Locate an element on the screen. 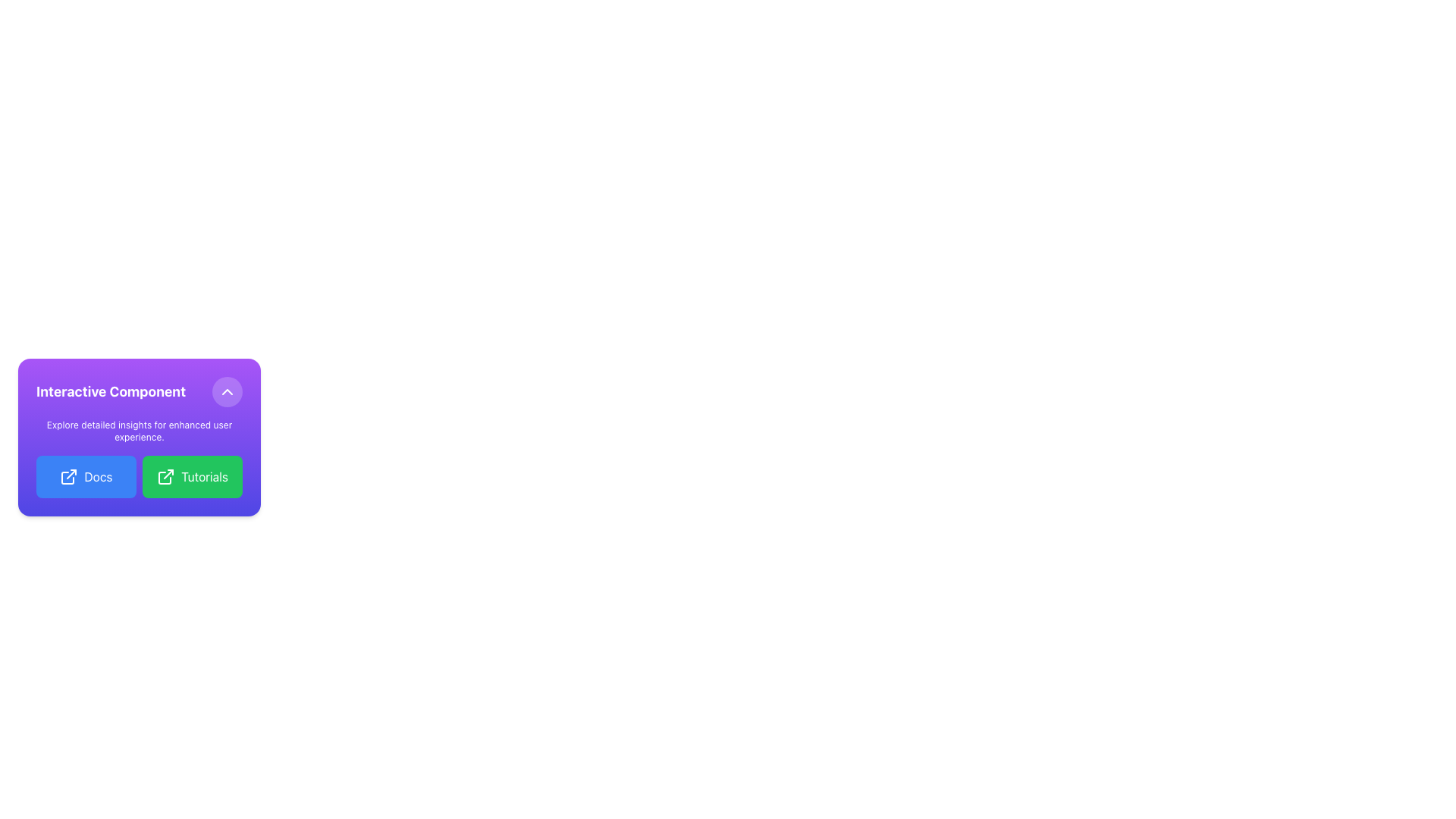 The width and height of the screenshot is (1456, 819). the chevron icon located within the circular button at the top-right corner of the 'Interactive Component' card is located at coordinates (226, 391).